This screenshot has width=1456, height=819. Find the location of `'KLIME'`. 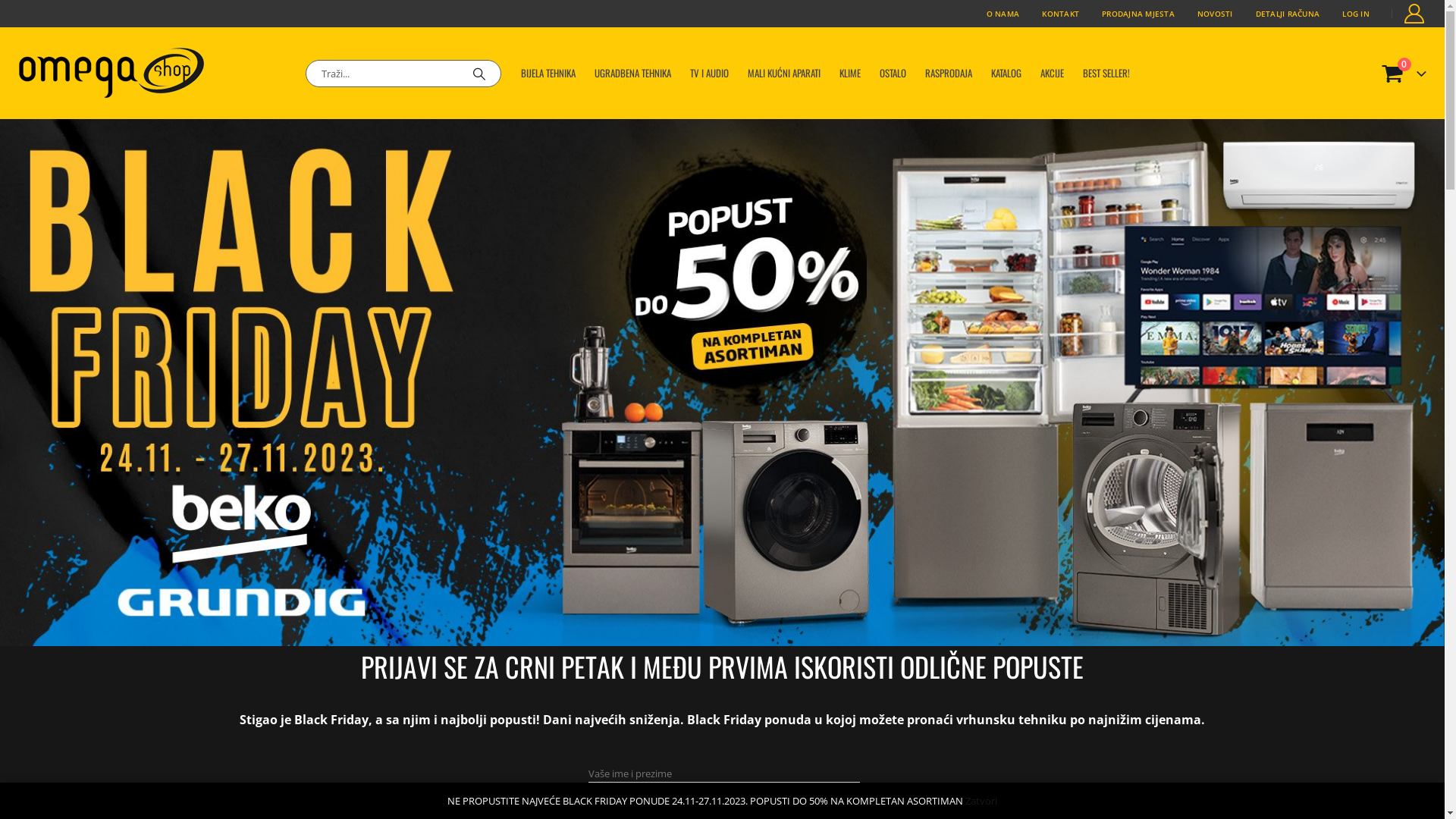

'KLIME' is located at coordinates (850, 73).